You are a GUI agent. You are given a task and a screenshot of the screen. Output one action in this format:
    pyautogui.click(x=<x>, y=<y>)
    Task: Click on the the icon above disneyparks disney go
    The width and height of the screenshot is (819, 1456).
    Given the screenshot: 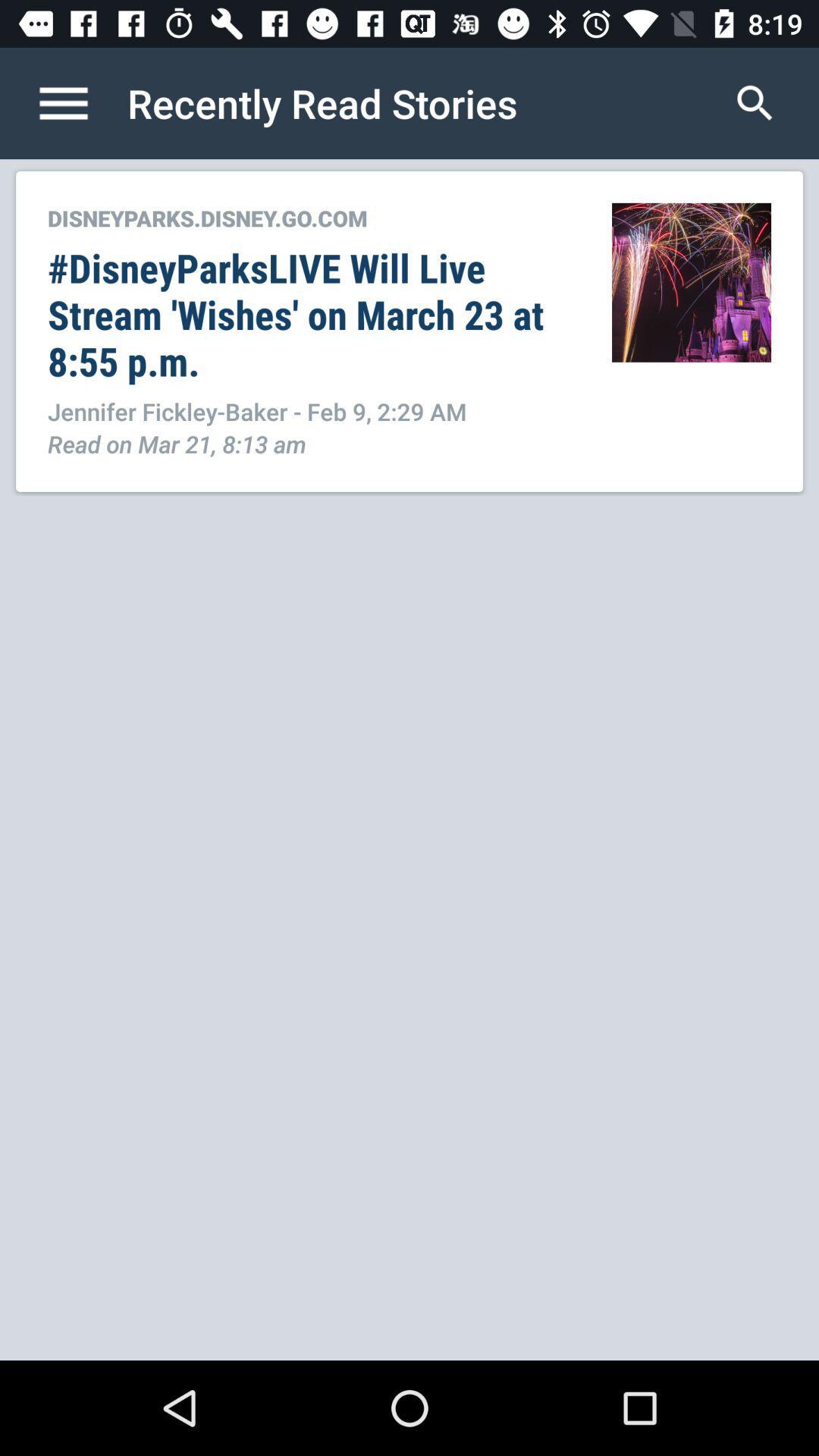 What is the action you would take?
    pyautogui.click(x=79, y=102)
    